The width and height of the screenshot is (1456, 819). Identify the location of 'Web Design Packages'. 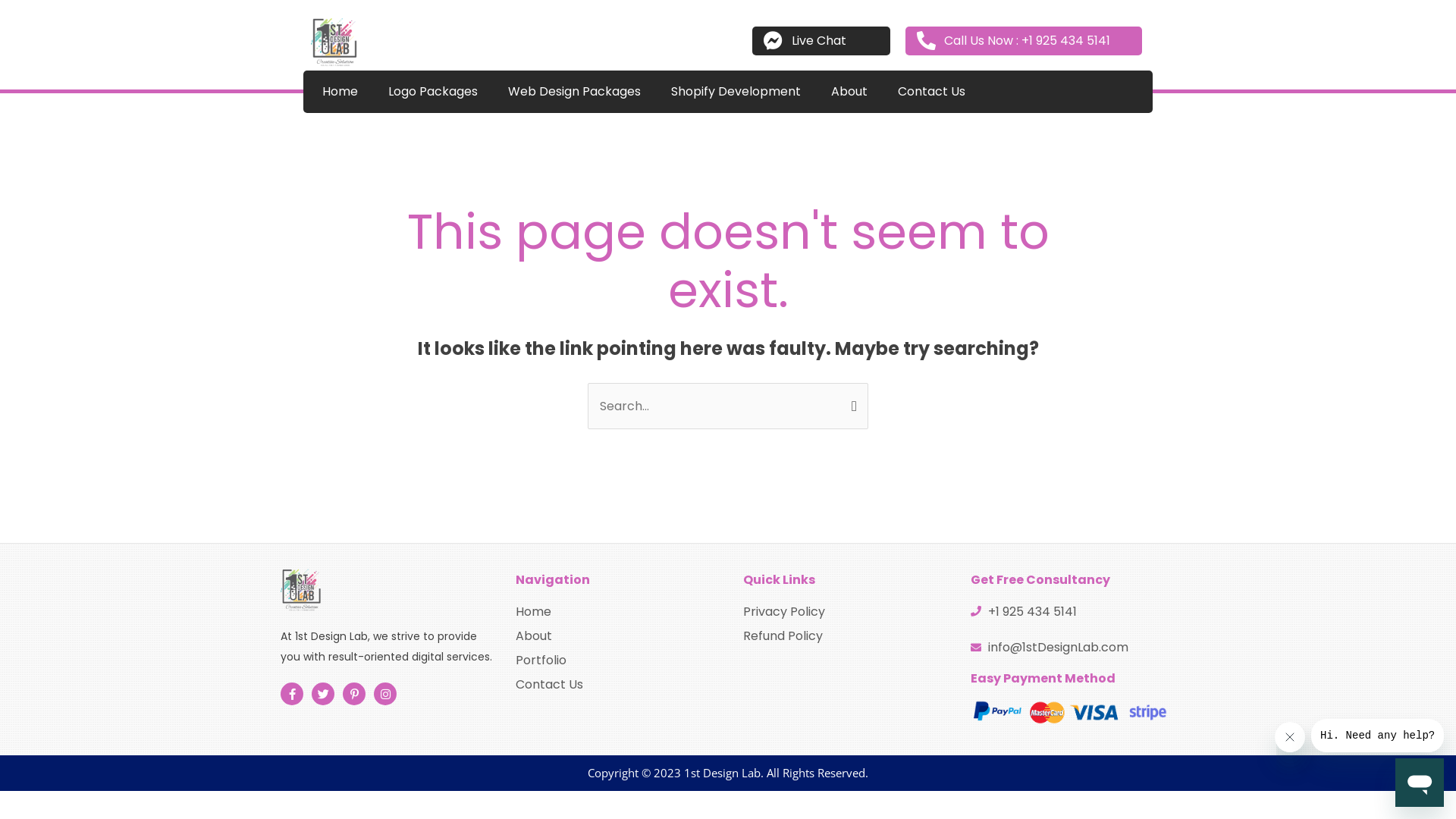
(492, 91).